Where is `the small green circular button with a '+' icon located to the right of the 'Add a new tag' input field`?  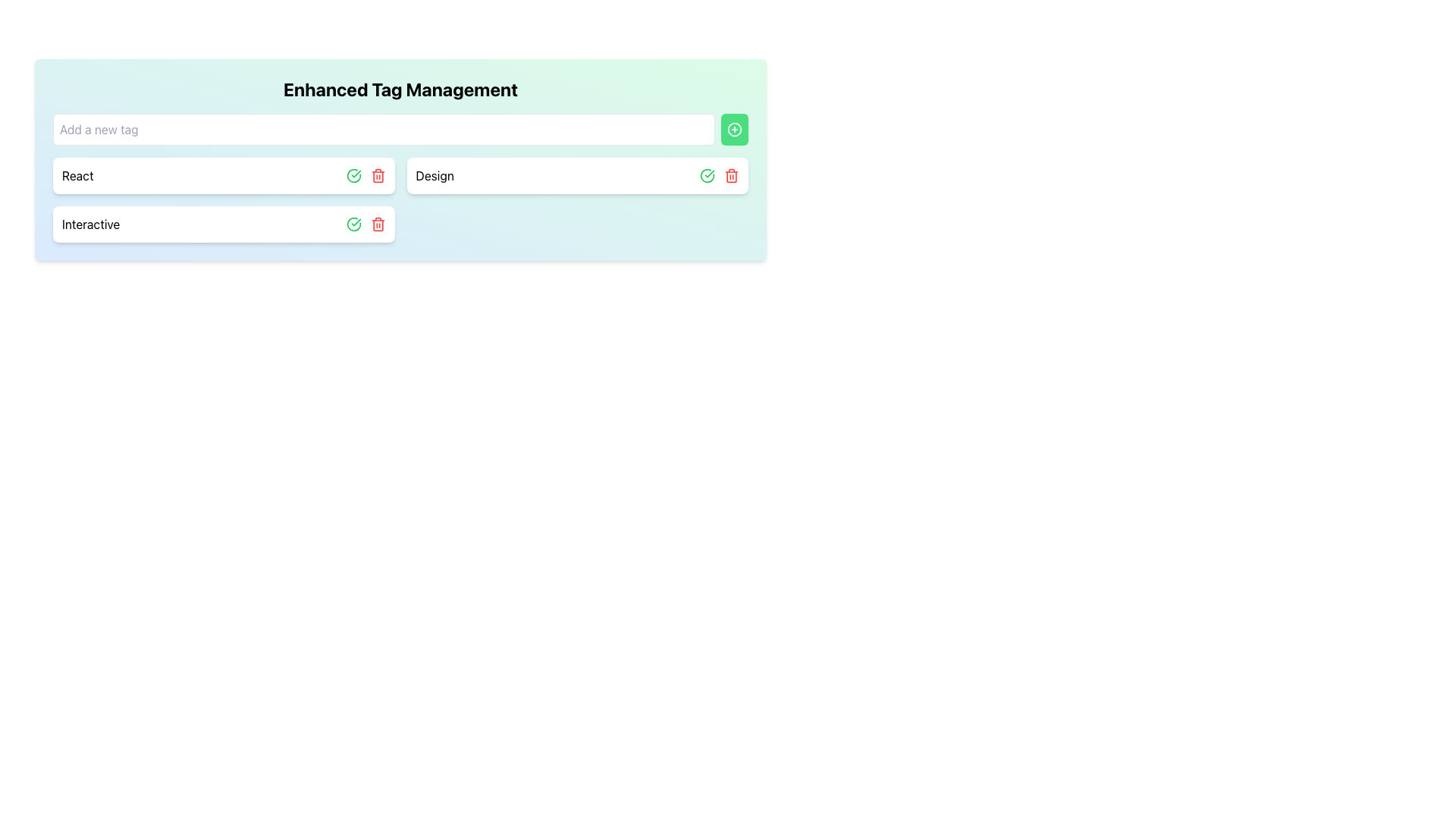
the small green circular button with a '+' icon located to the right of the 'Add a new tag' input field is located at coordinates (735, 128).